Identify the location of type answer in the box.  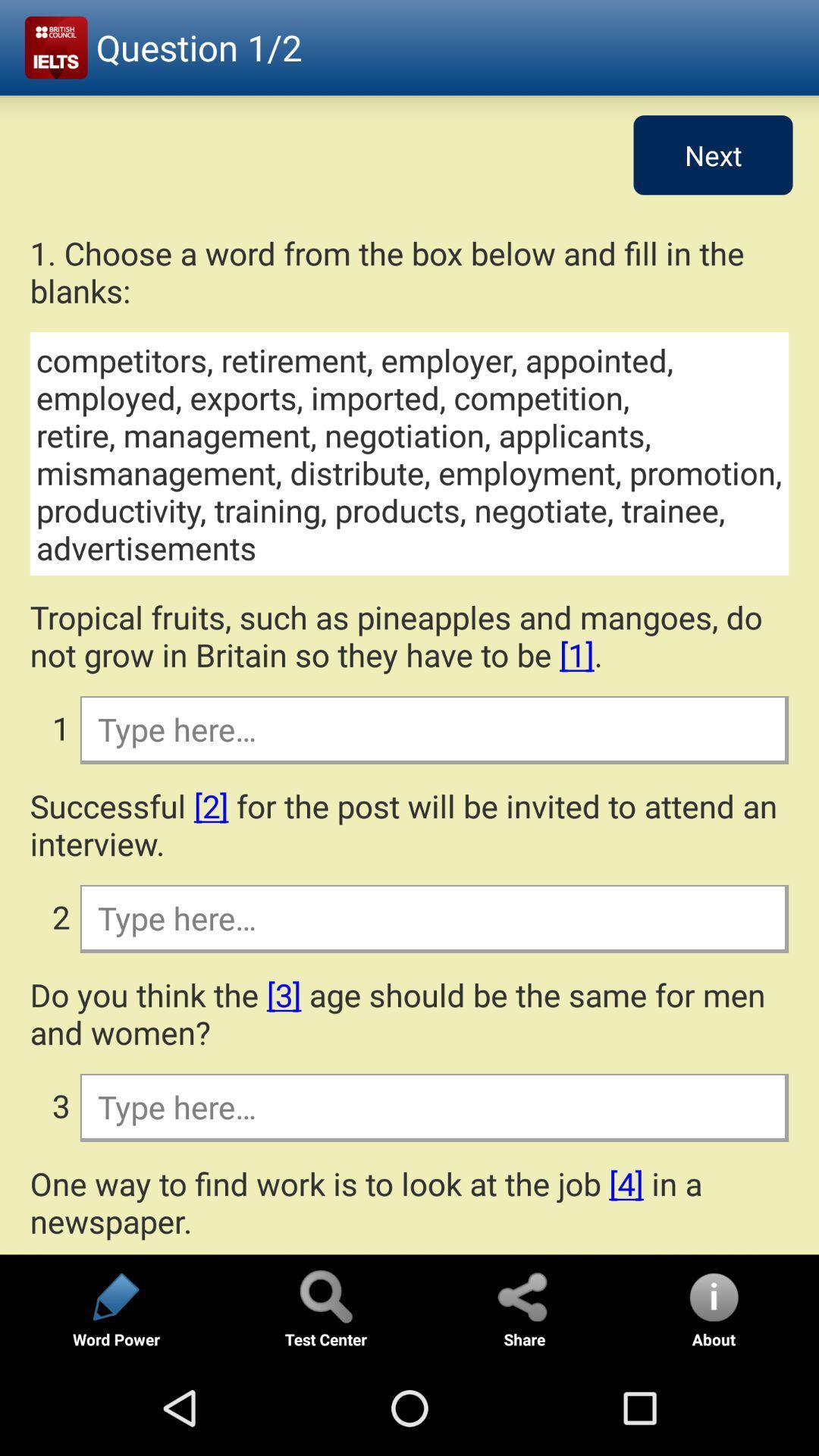
(433, 1106).